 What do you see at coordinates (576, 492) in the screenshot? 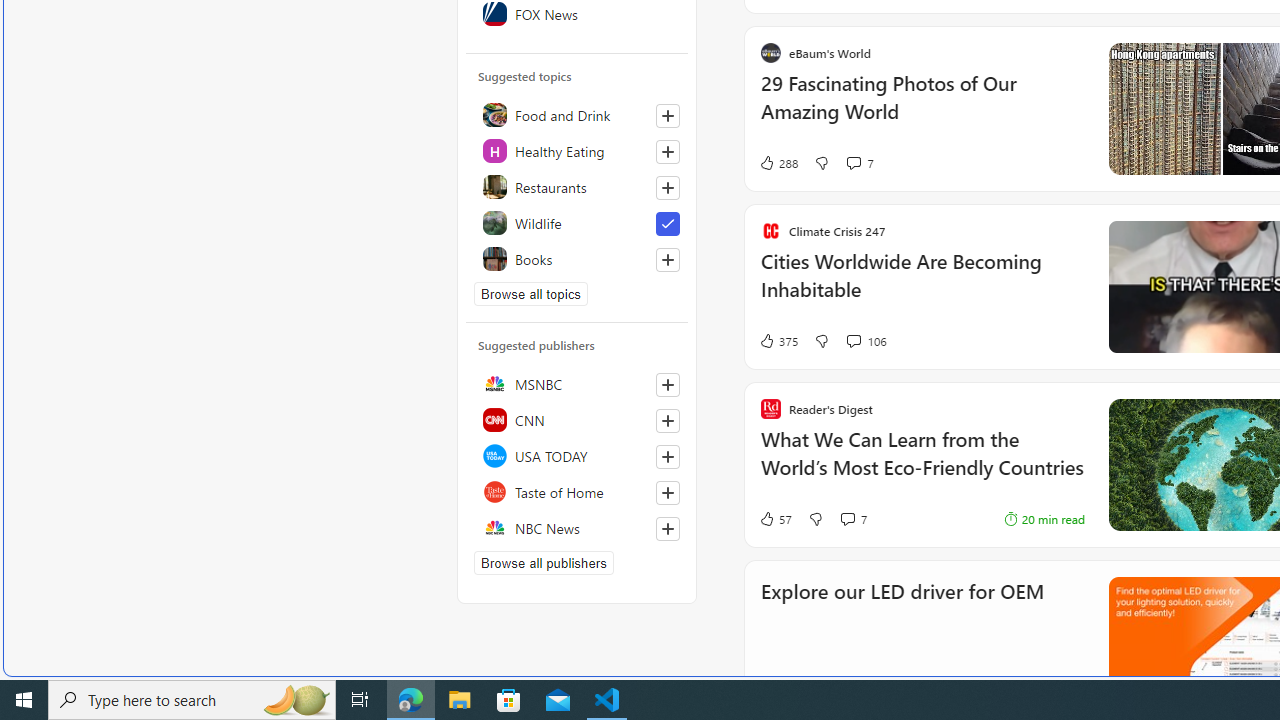
I see `'Taste of Home'` at bounding box center [576, 492].